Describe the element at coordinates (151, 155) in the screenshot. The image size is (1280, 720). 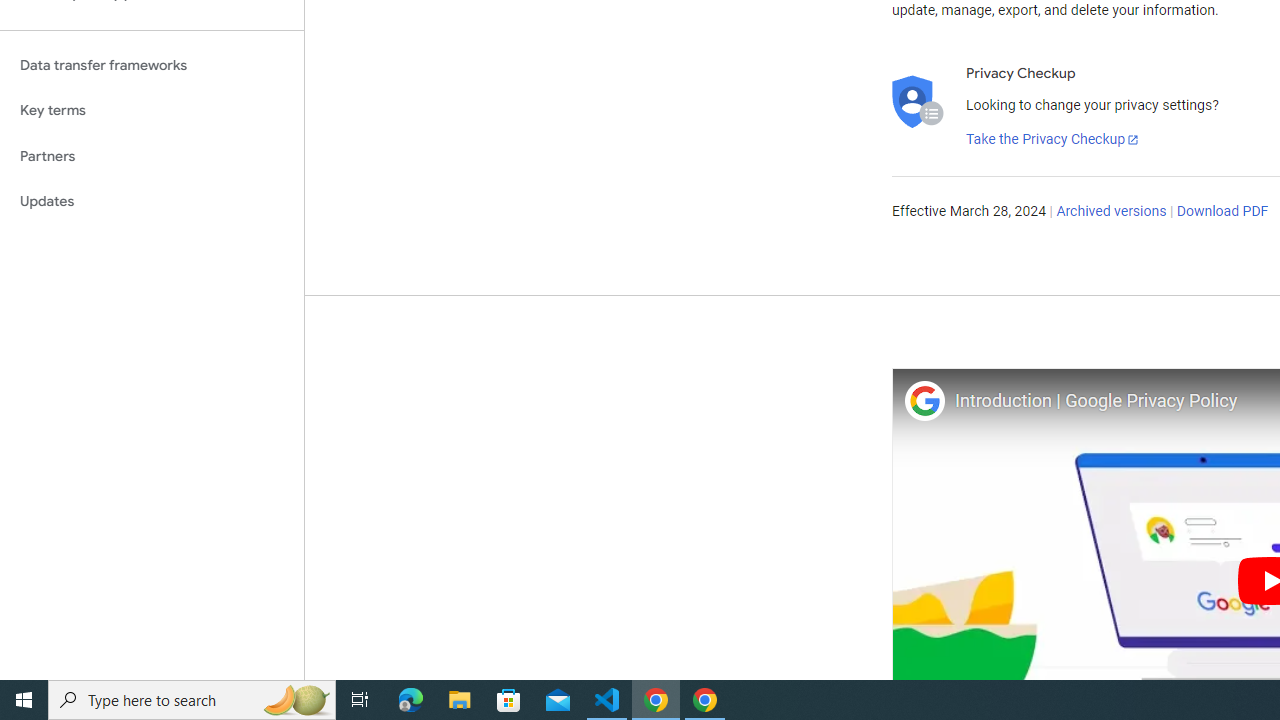
I see `'Partners'` at that location.